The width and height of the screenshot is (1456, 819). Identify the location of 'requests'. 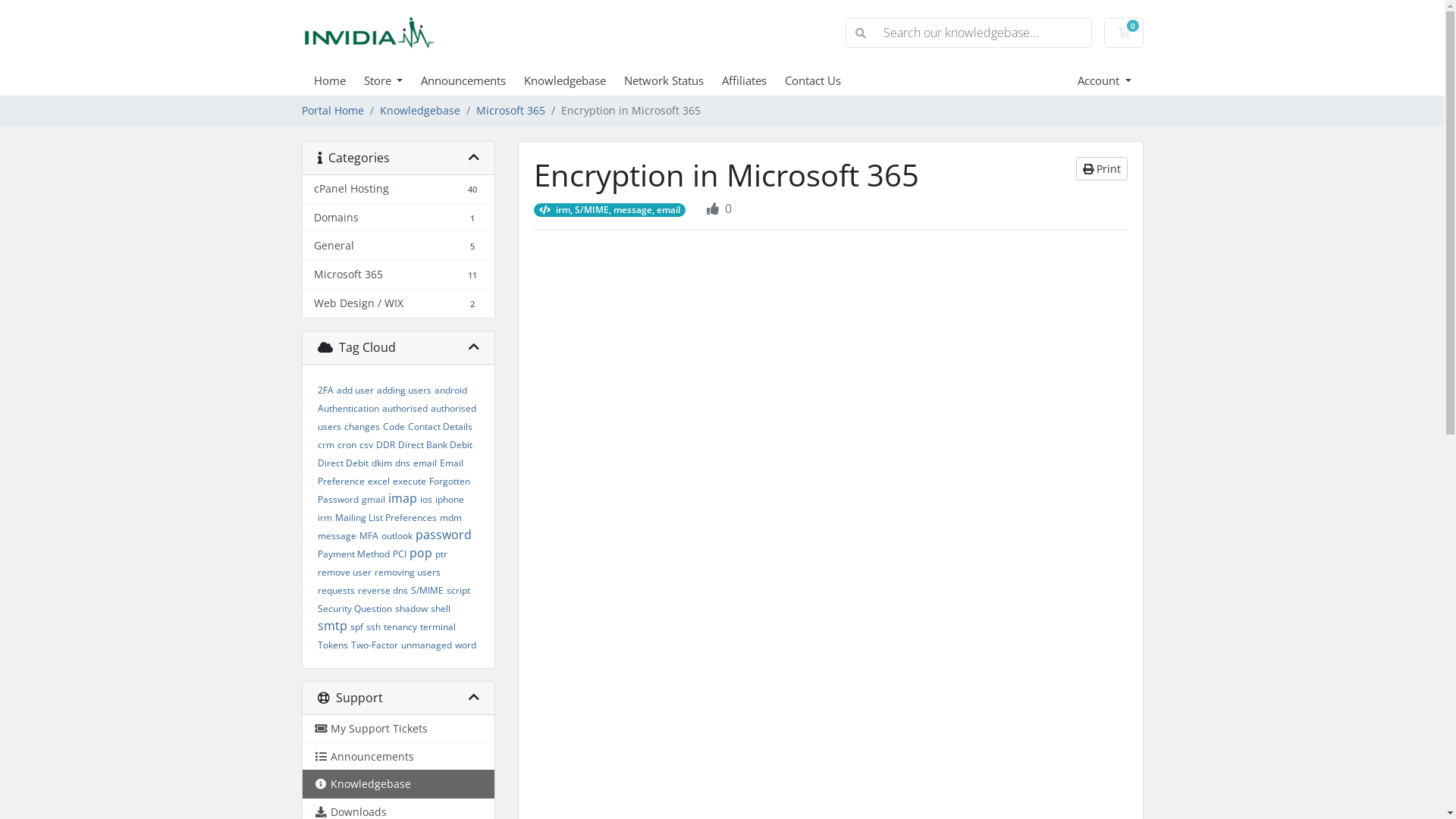
(334, 589).